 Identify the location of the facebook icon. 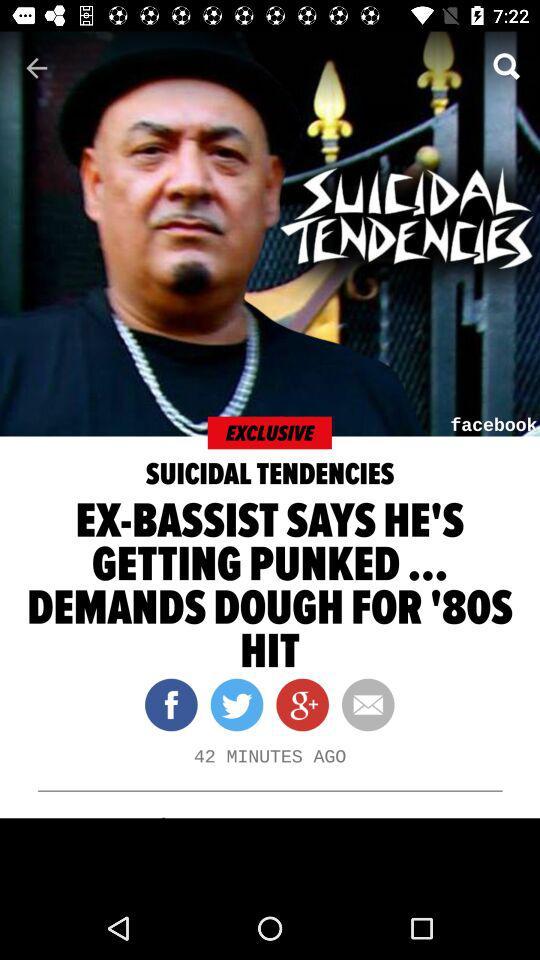
(171, 705).